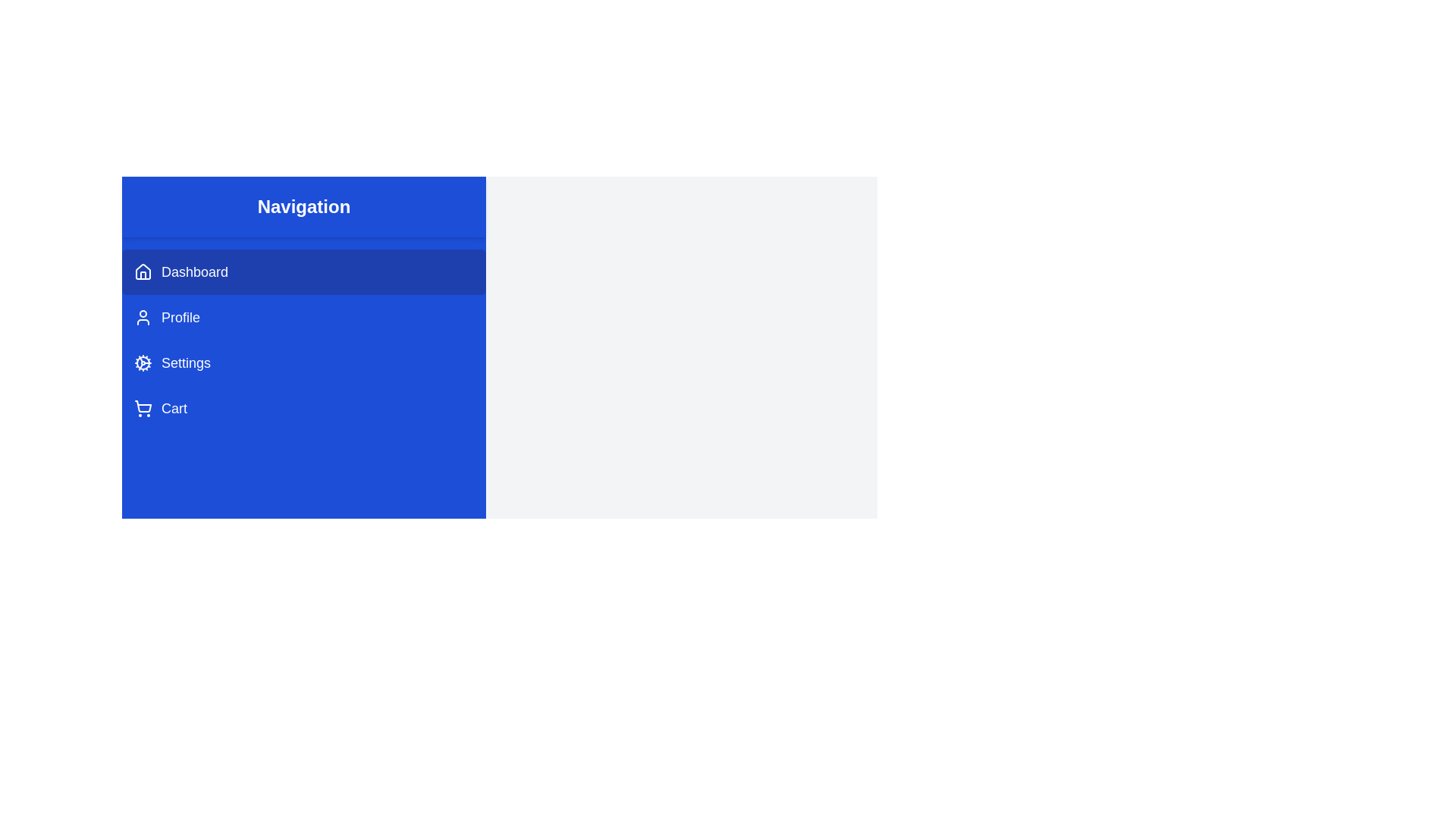  Describe the element at coordinates (303, 207) in the screenshot. I see `the 'Navigation' header element, which is a rectangular box with a blue background and white text, located at the top of the sidebar layout` at that location.